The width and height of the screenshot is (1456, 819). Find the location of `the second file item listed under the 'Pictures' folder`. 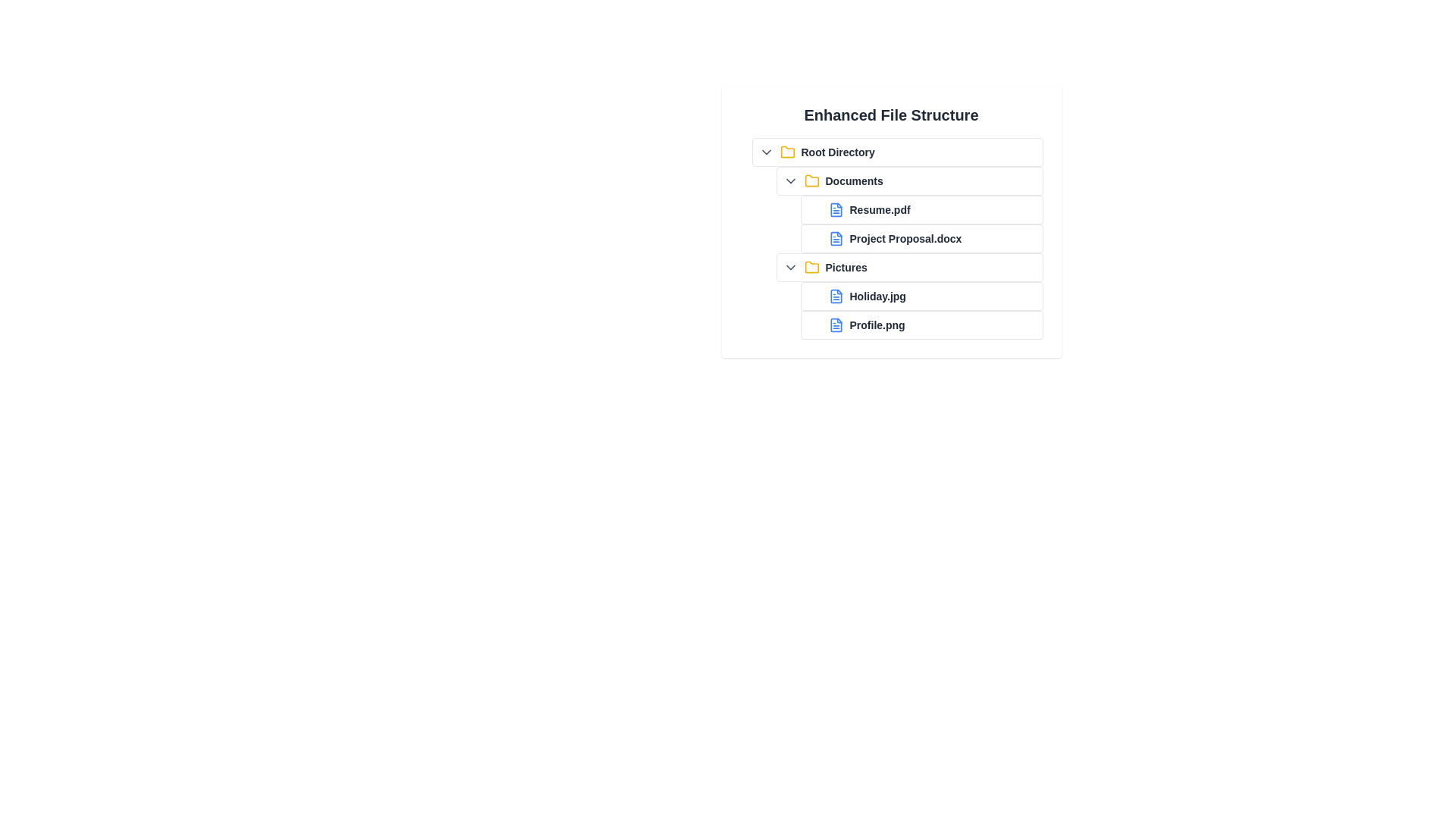

the second file item listed under the 'Pictures' folder is located at coordinates (915, 324).